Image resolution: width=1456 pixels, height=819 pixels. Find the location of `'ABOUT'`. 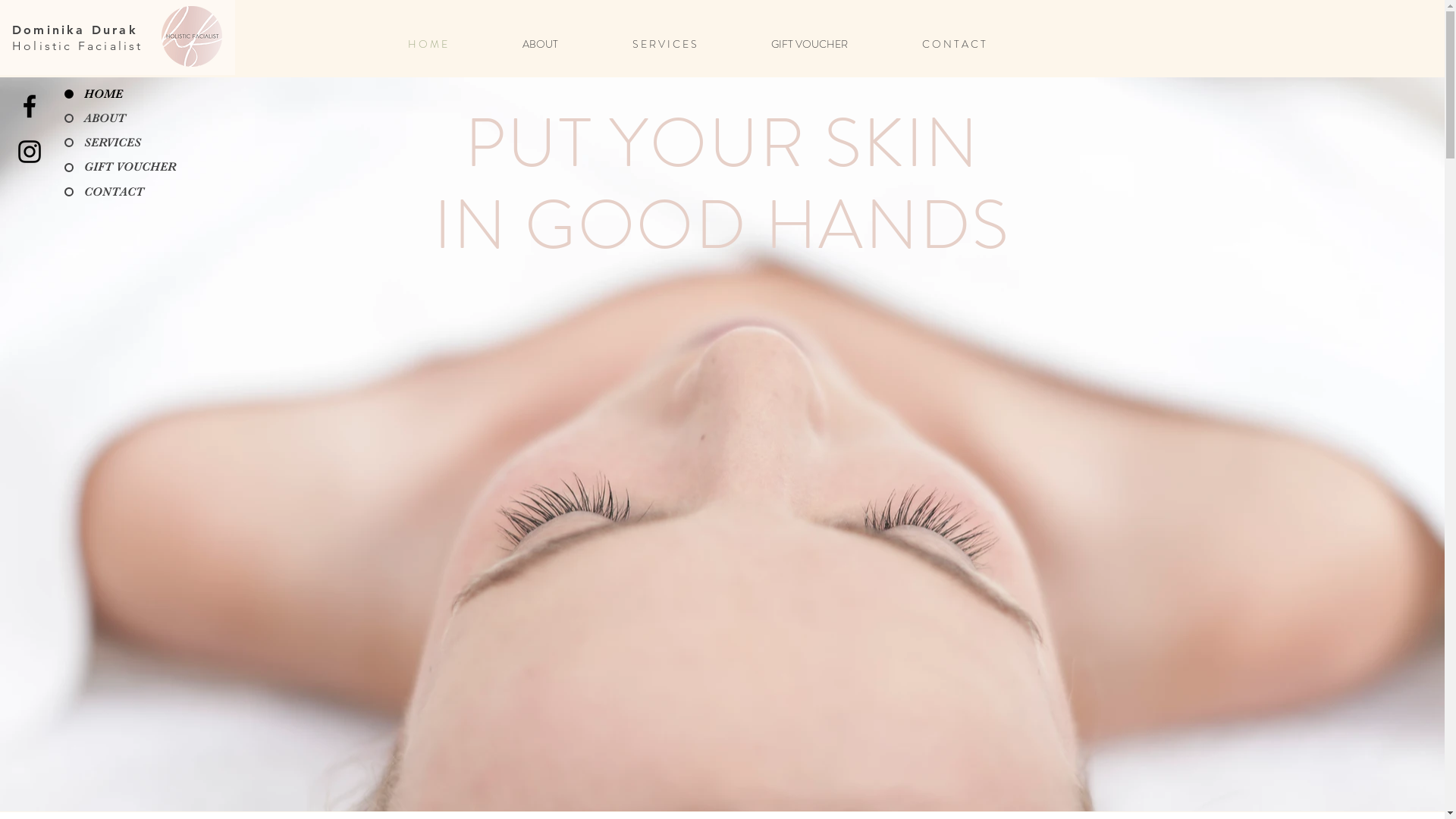

'ABOUT' is located at coordinates (565, 43).